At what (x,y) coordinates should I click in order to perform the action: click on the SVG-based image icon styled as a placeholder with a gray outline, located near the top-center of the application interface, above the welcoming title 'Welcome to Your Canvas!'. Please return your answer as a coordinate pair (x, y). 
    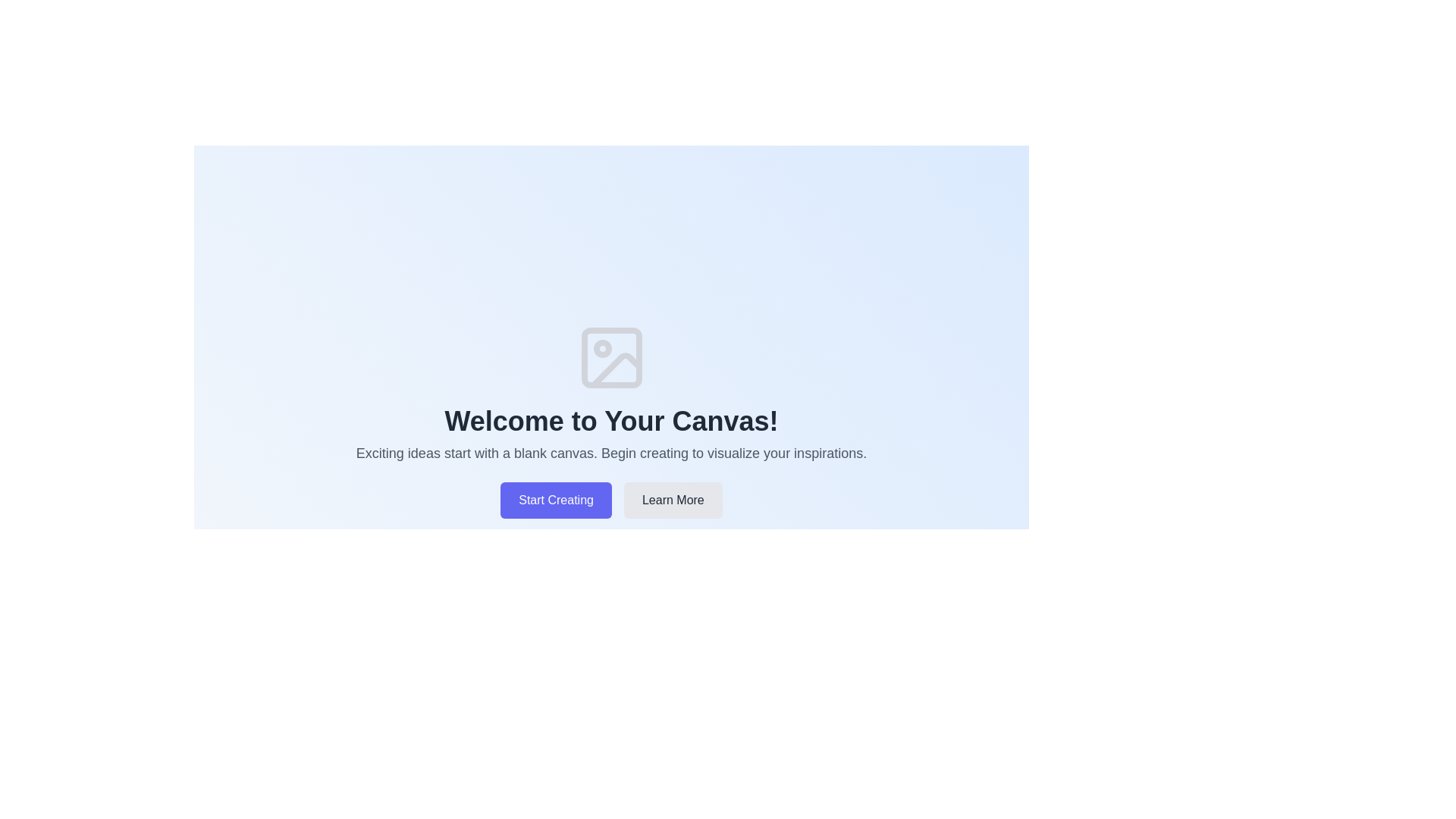
    Looking at the image, I should click on (611, 357).